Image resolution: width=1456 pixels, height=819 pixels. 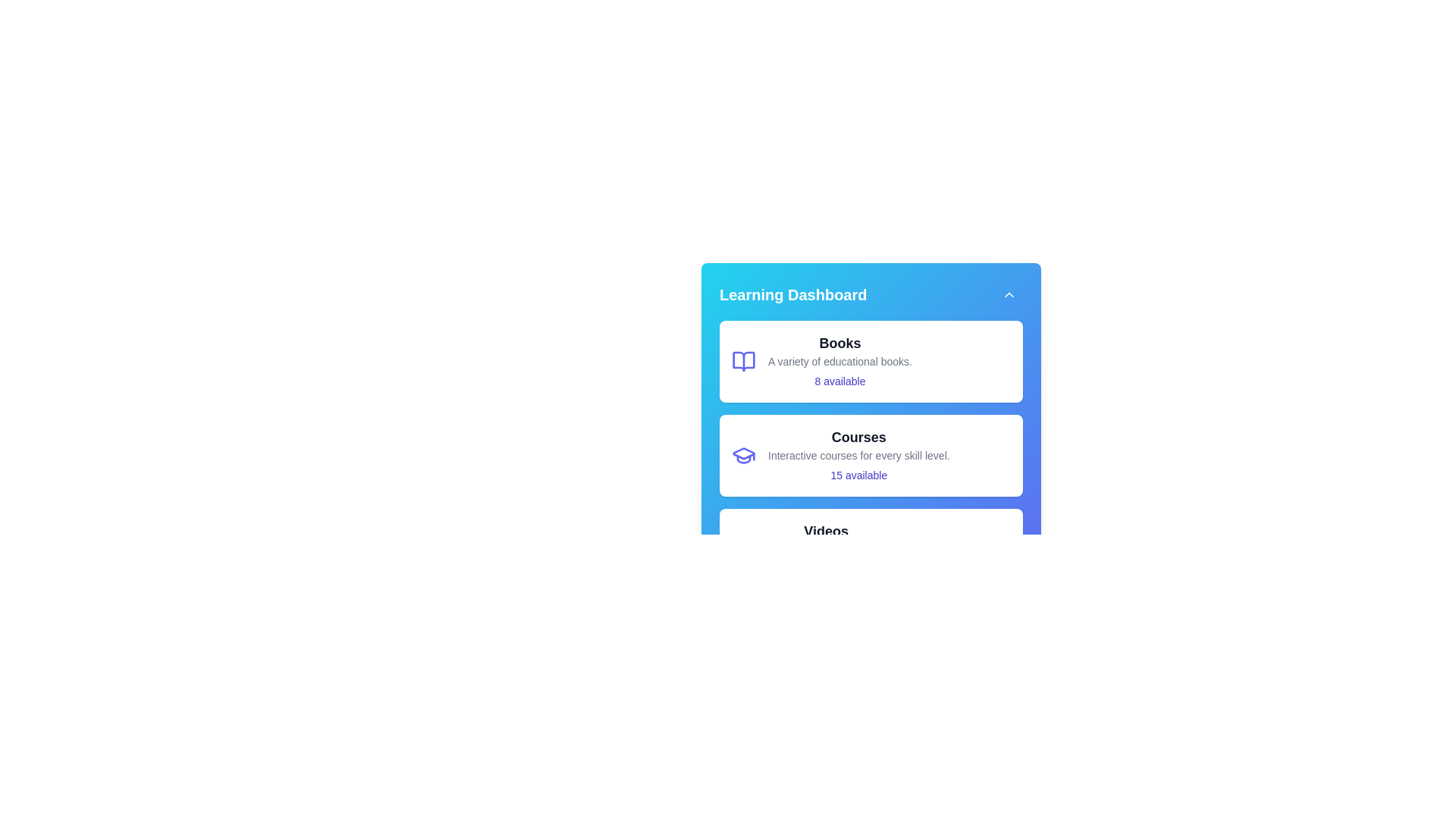 What do you see at coordinates (871, 550) in the screenshot?
I see `the category Videos from the list` at bounding box center [871, 550].